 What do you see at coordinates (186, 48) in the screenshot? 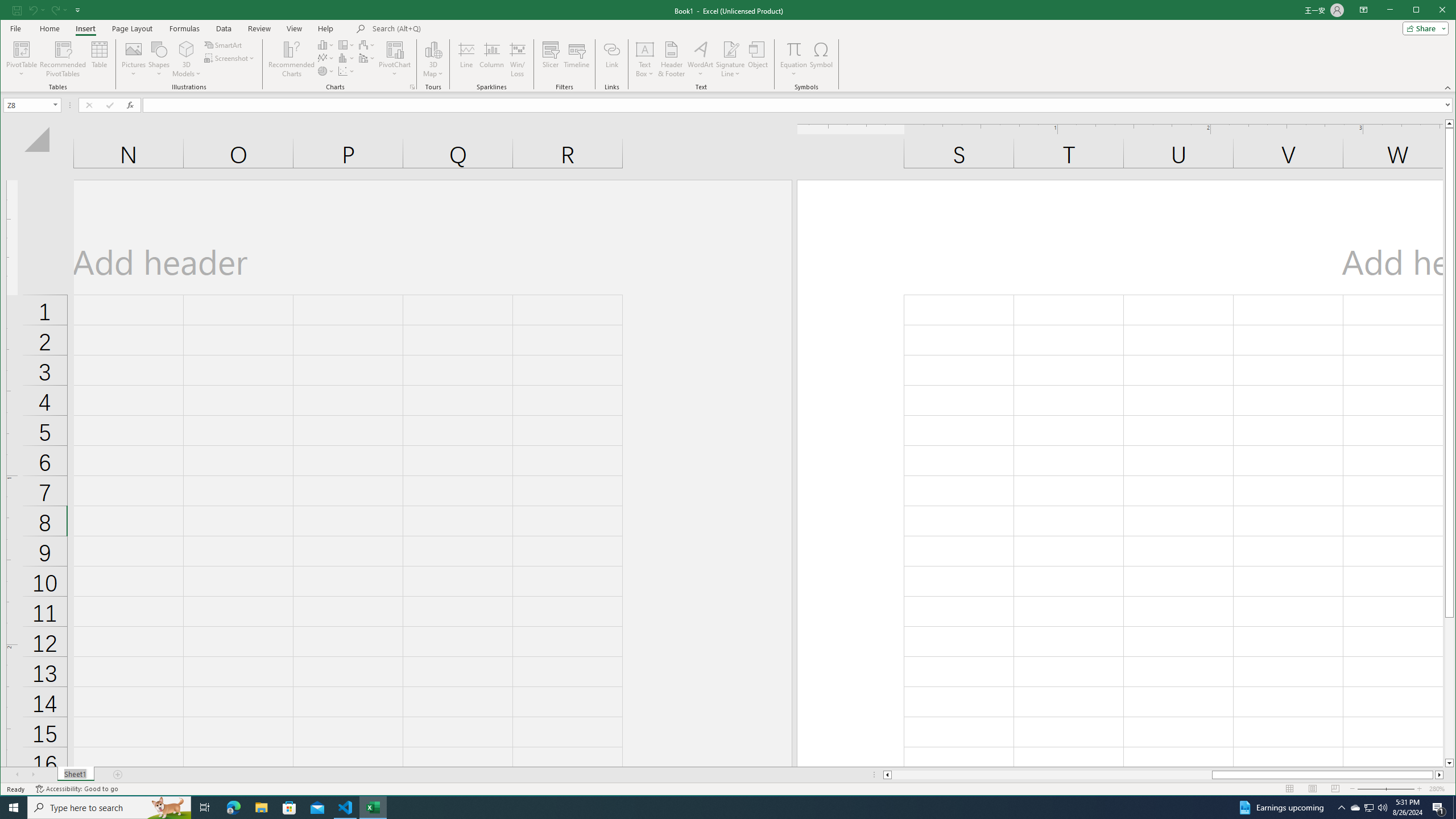
I see `'3D Models'` at bounding box center [186, 48].